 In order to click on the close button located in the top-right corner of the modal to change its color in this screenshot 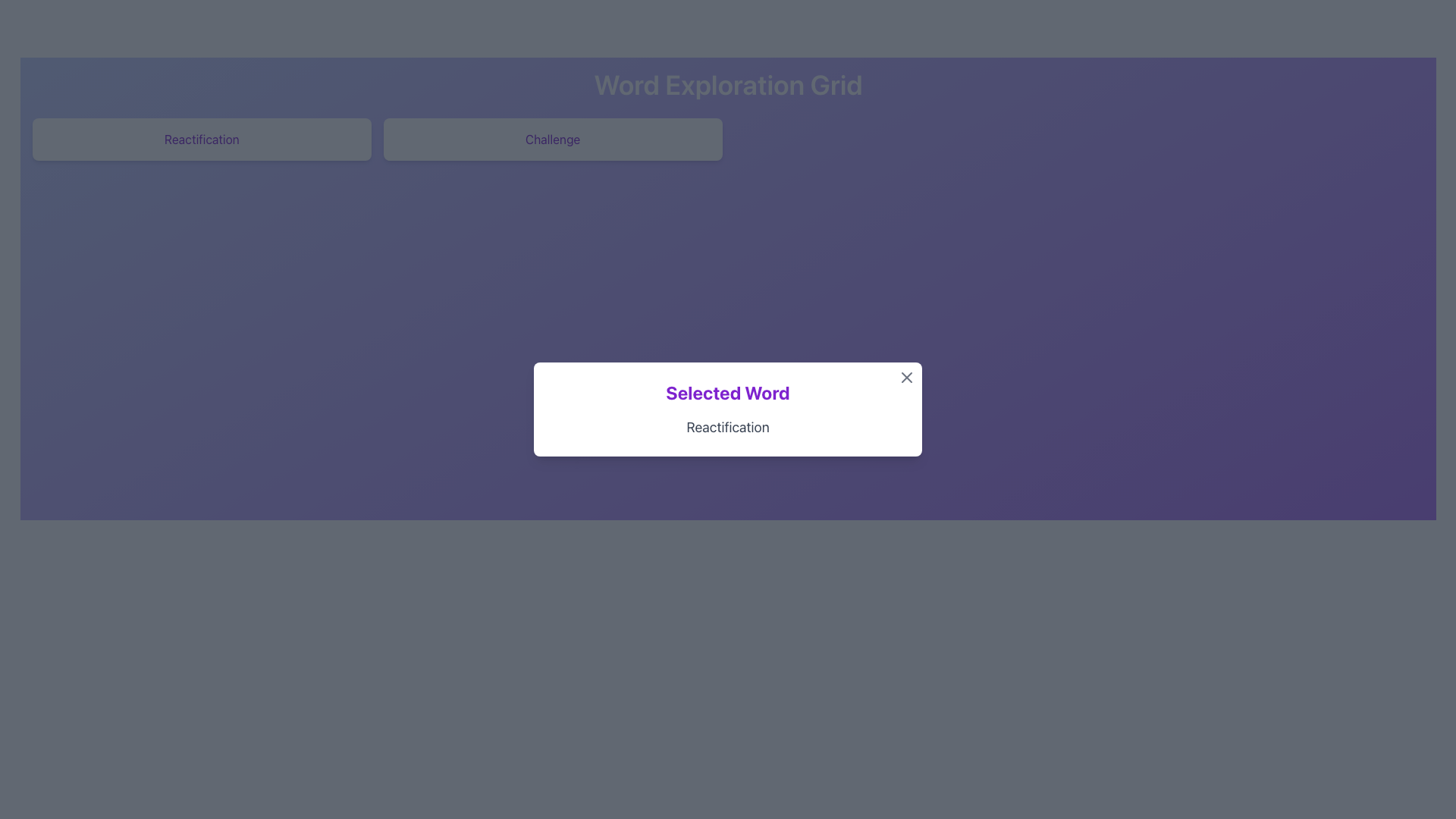, I will do `click(906, 376)`.